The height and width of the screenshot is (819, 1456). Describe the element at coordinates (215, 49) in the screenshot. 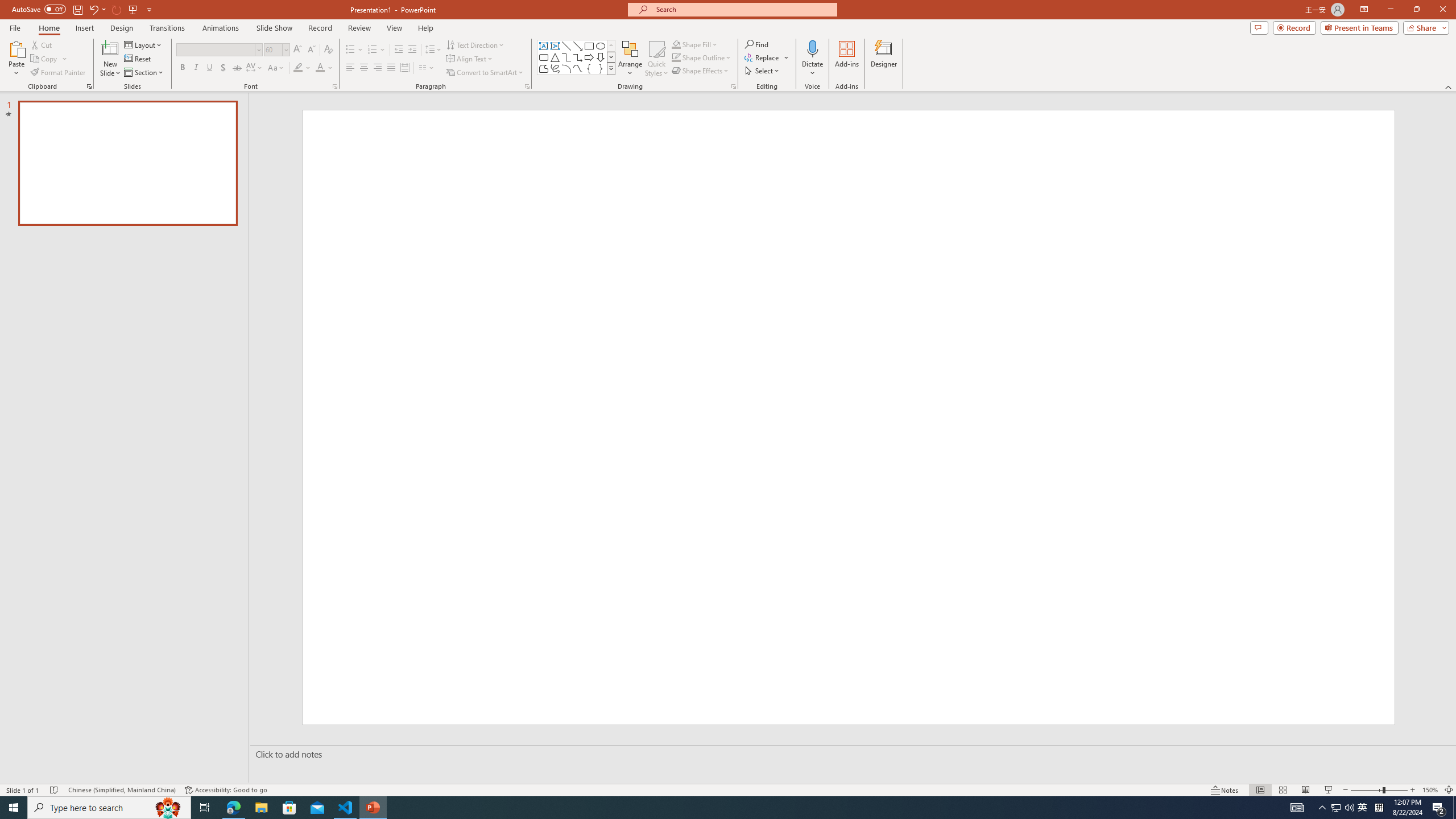

I see `'Font'` at that location.